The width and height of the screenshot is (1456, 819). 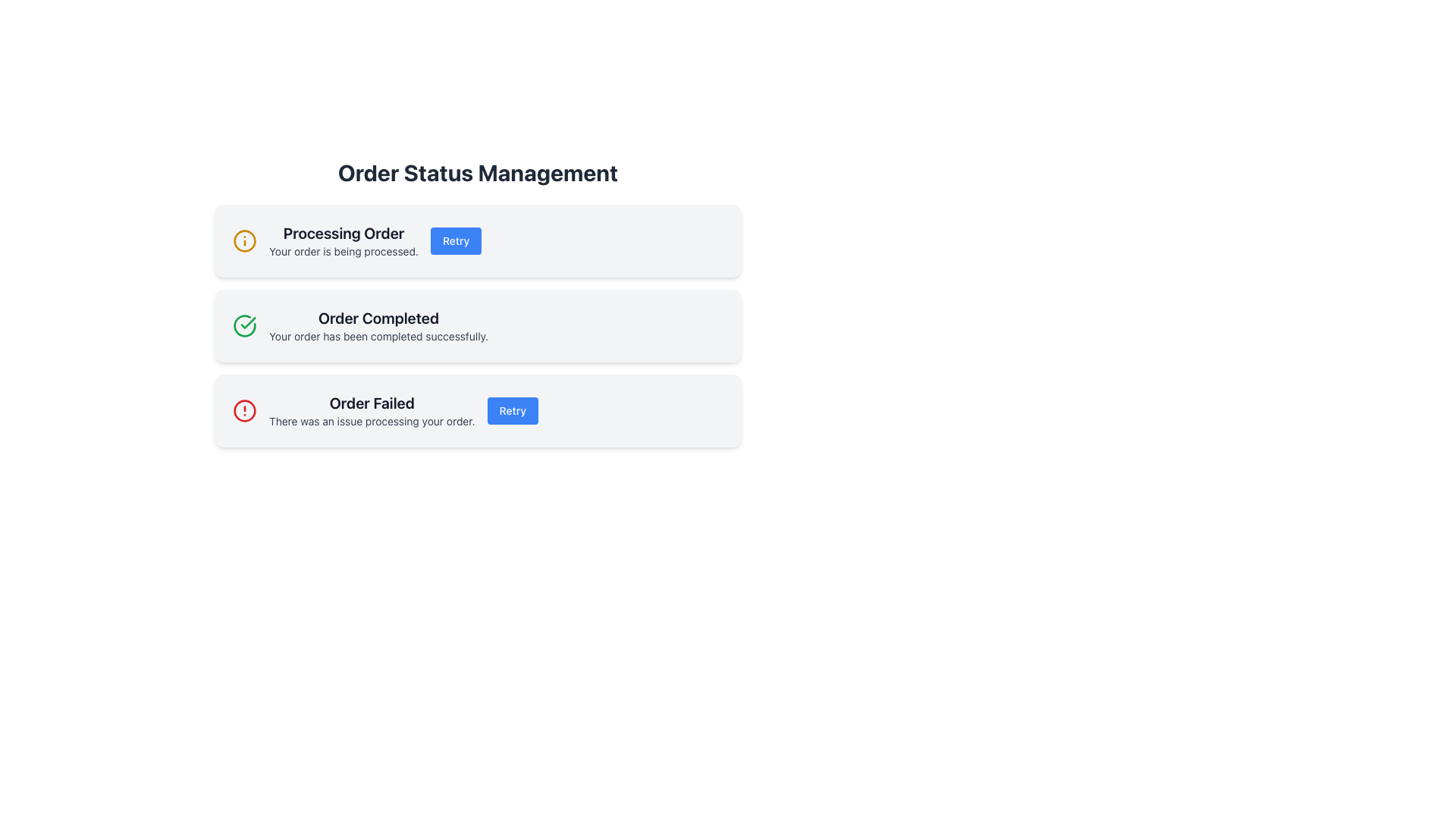 I want to click on displayed order processing status text from the main content of the notification box, which is positioned above 'Order Completed' and 'Order Failed', so click(x=343, y=240).